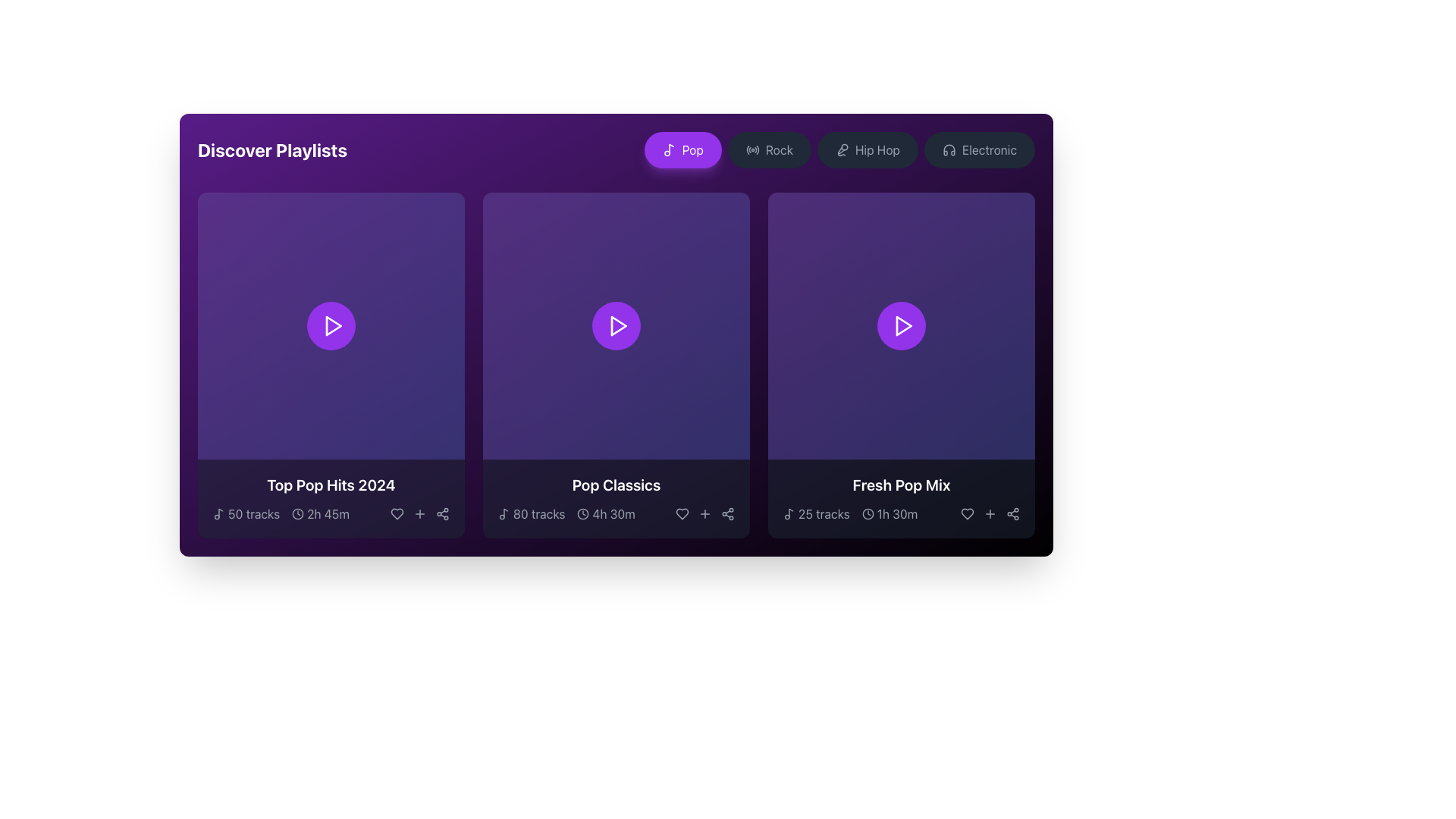  What do you see at coordinates (967, 513) in the screenshot?
I see `the first button in the row of interactive elements at the bottom of the 'Fresh Pop Mix' playlist card` at bounding box center [967, 513].